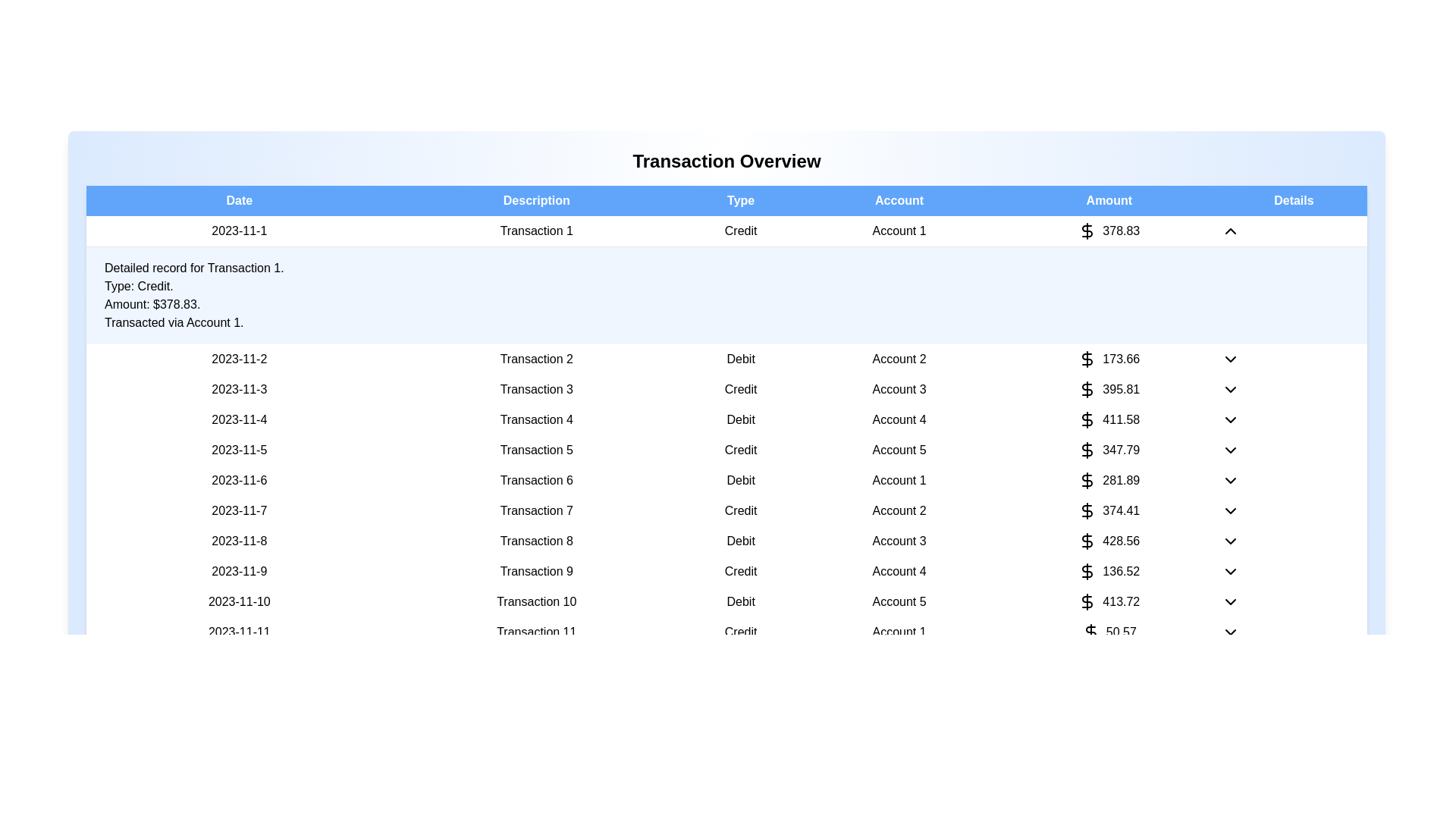 This screenshot has width=1456, height=819. I want to click on the dollar sign icon for the first transaction, so click(1087, 231).